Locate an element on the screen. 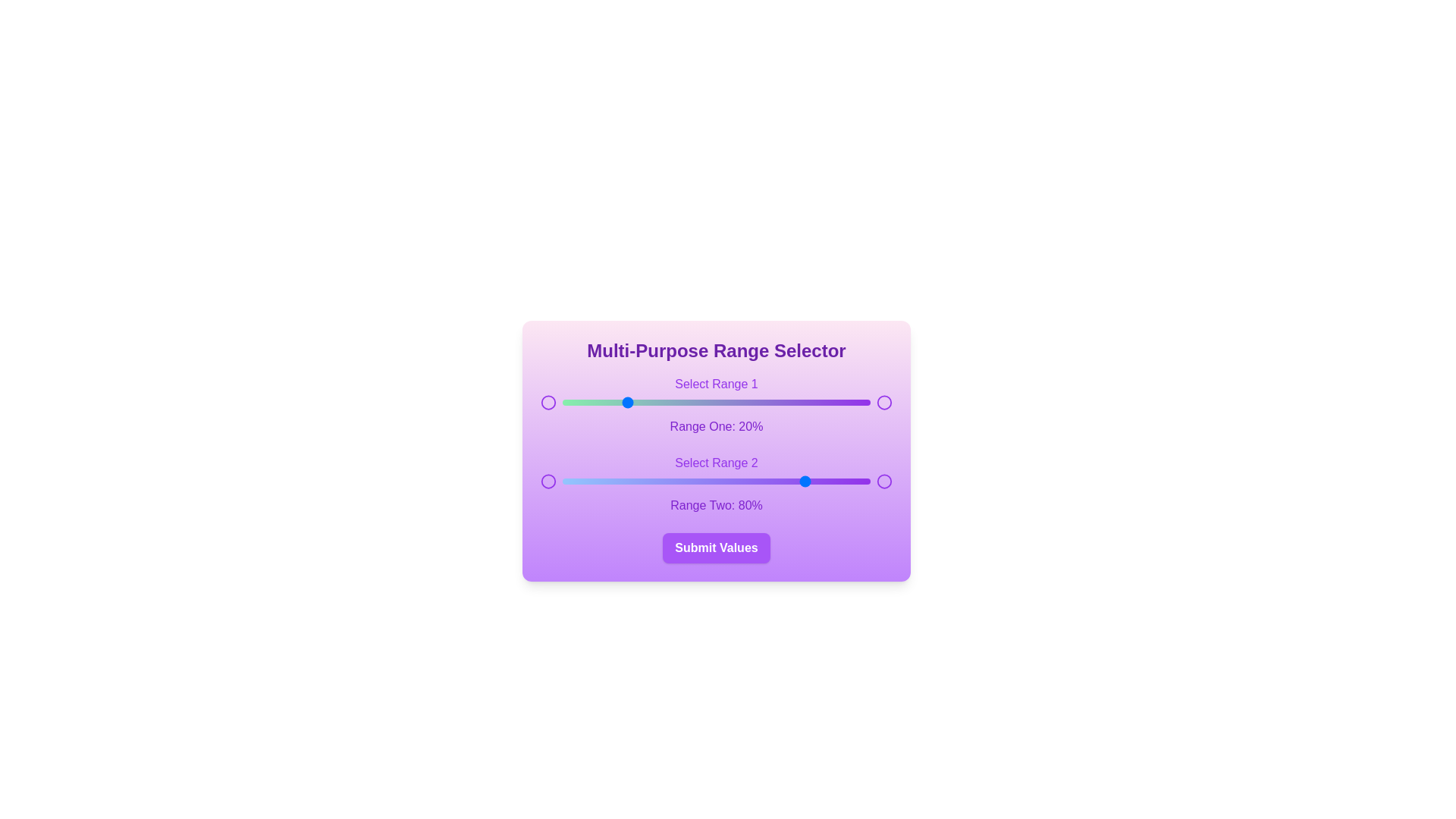 The image size is (1456, 819). the first range slider to 85% is located at coordinates (824, 402).